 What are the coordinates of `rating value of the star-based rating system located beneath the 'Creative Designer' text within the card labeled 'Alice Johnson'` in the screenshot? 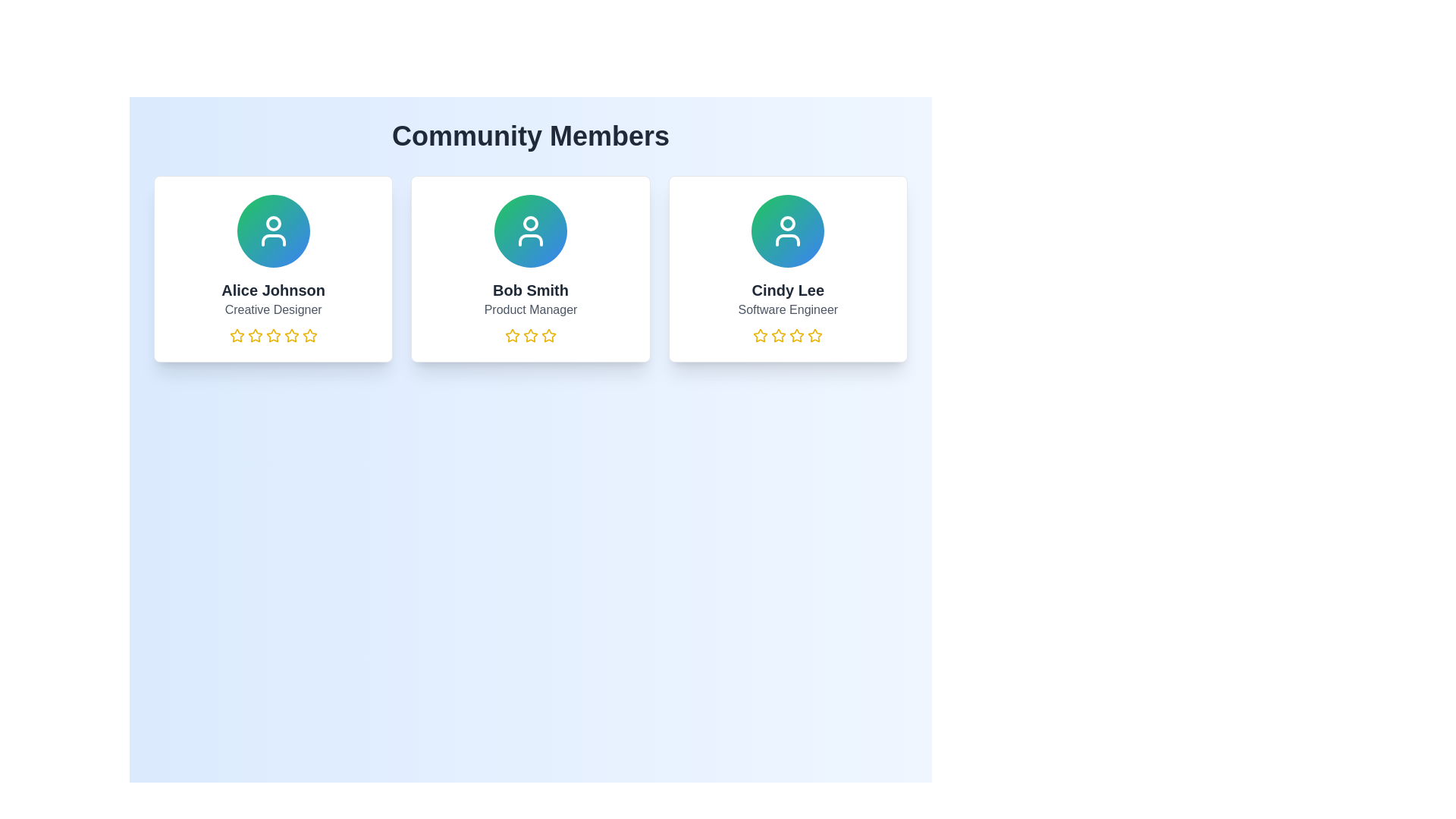 It's located at (273, 335).